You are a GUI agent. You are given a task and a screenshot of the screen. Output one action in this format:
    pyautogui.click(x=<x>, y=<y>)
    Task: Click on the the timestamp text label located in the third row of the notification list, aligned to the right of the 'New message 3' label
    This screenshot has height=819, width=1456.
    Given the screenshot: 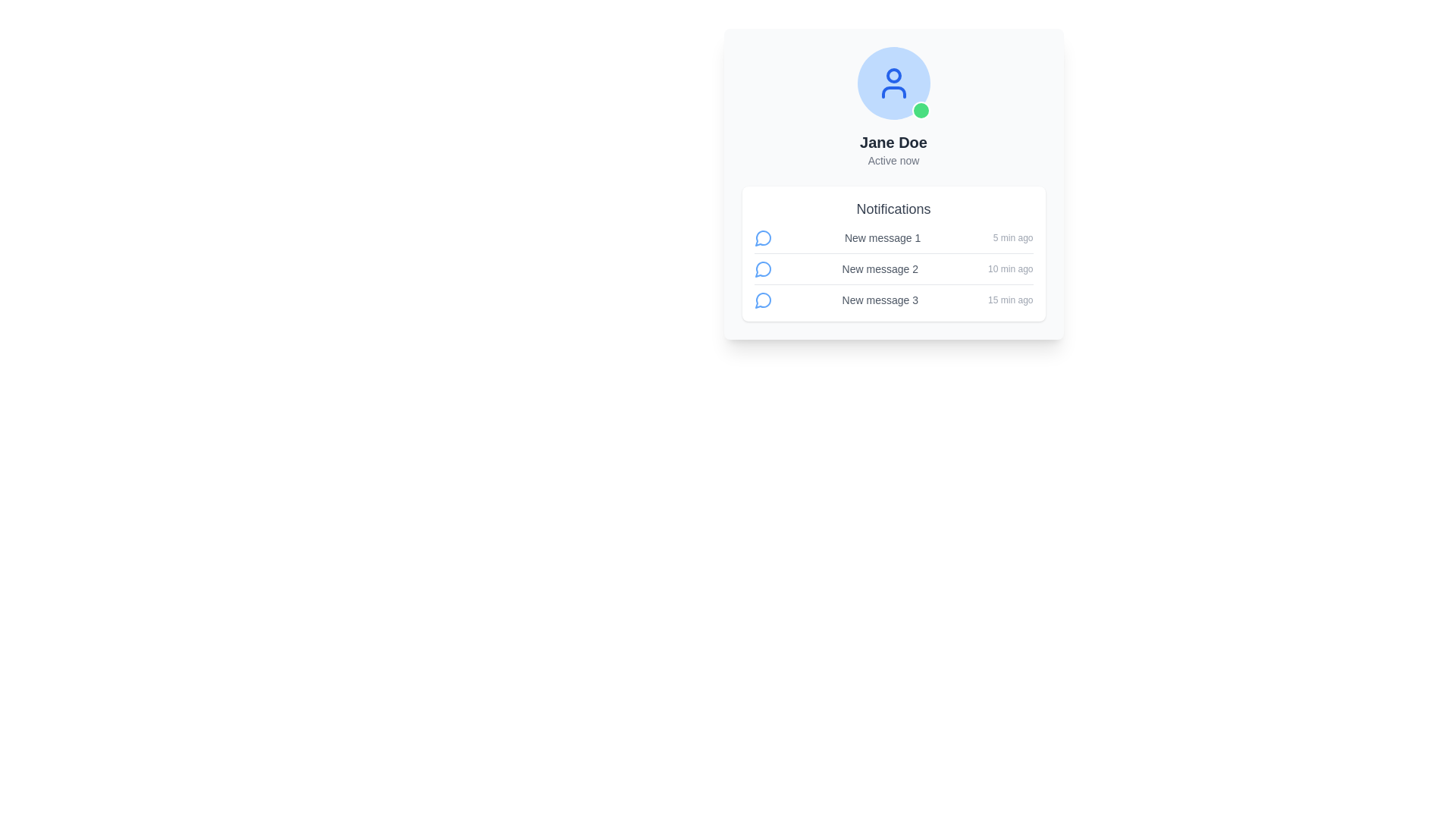 What is the action you would take?
    pyautogui.click(x=1010, y=300)
    